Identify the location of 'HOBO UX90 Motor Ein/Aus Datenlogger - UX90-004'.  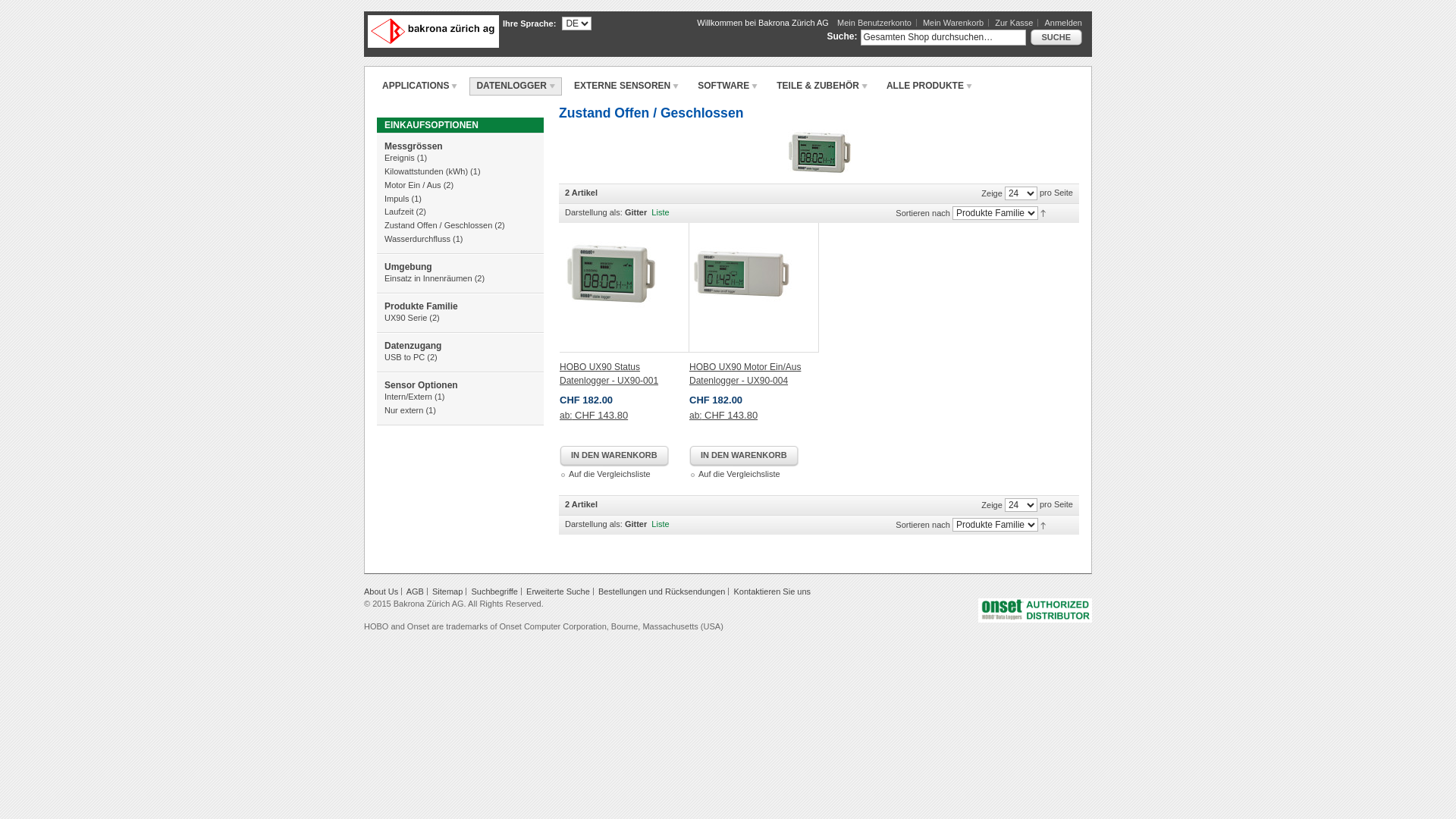
(745, 374).